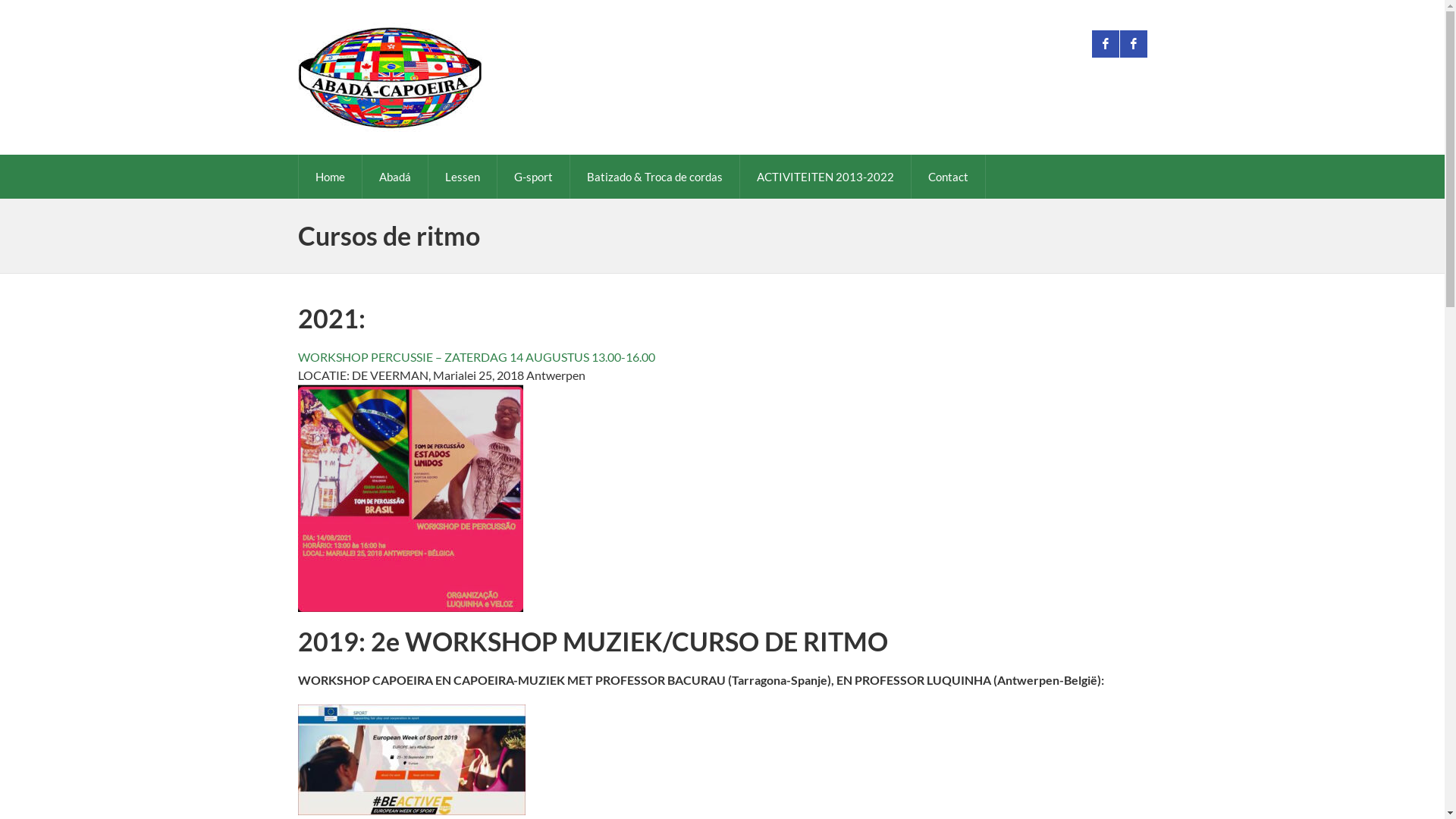 Image resolution: width=1456 pixels, height=819 pixels. What do you see at coordinates (824, 175) in the screenshot?
I see `'ACTIVITEITEN 2013-2022'` at bounding box center [824, 175].